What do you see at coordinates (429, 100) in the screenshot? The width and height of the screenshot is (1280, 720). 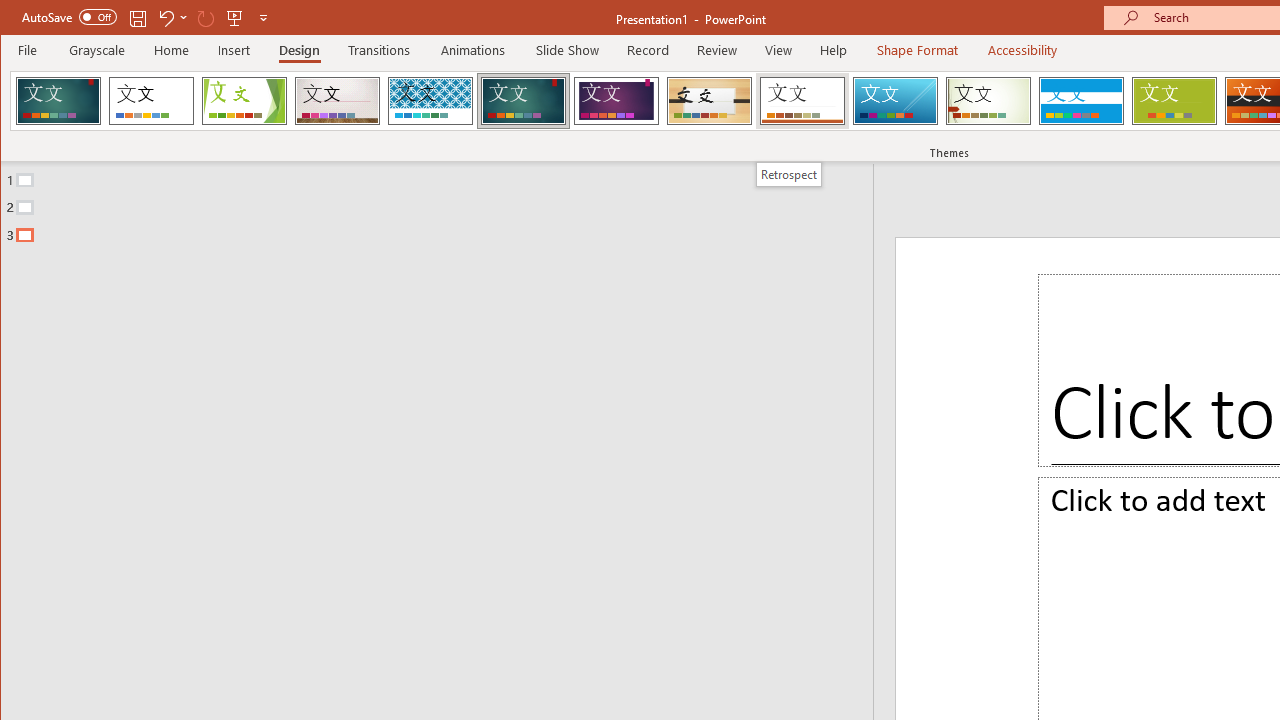 I see `'Integral'` at bounding box center [429, 100].